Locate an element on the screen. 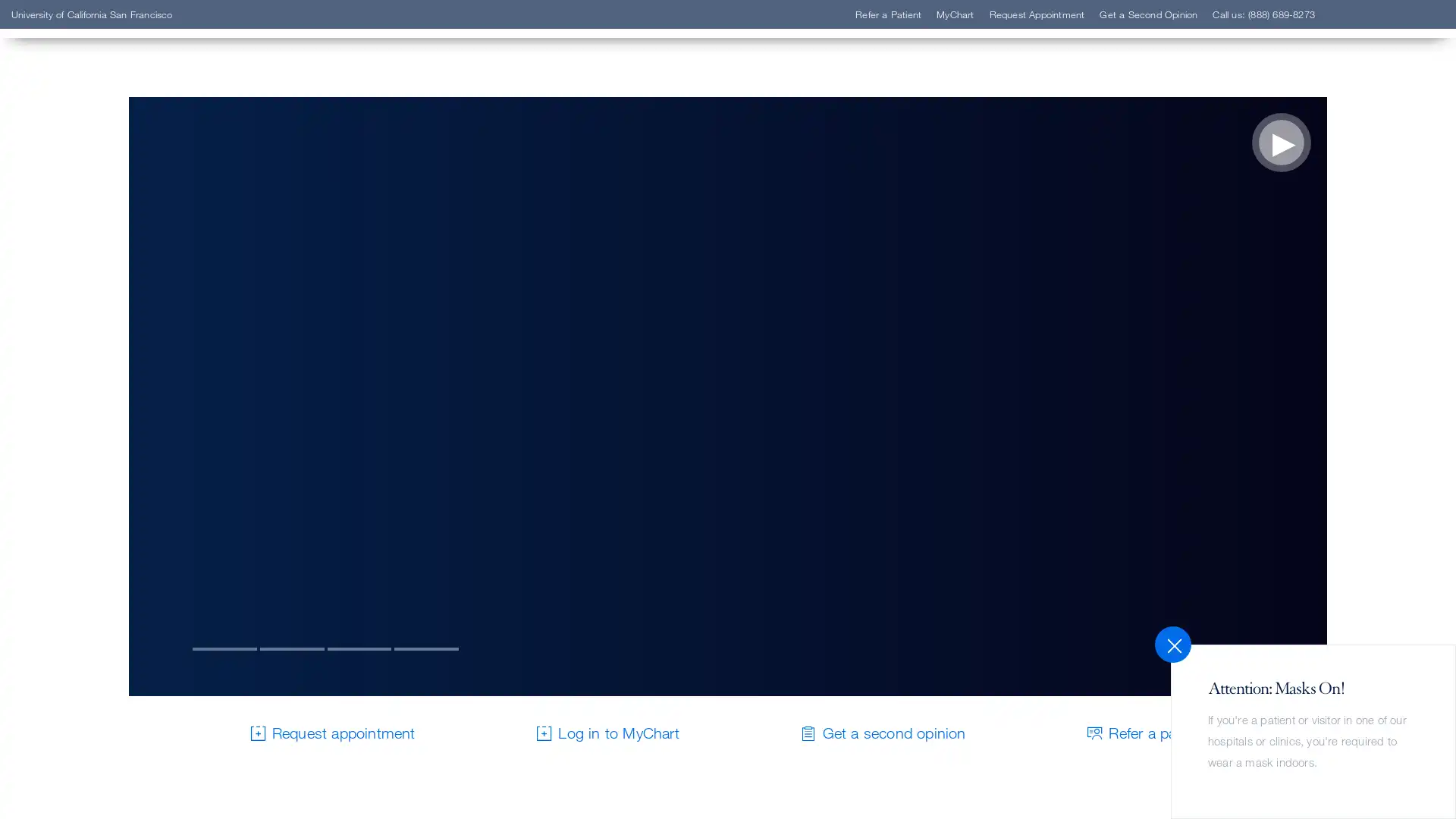 This screenshot has width=1456, height=819. search is located at coordinates (914, 100).